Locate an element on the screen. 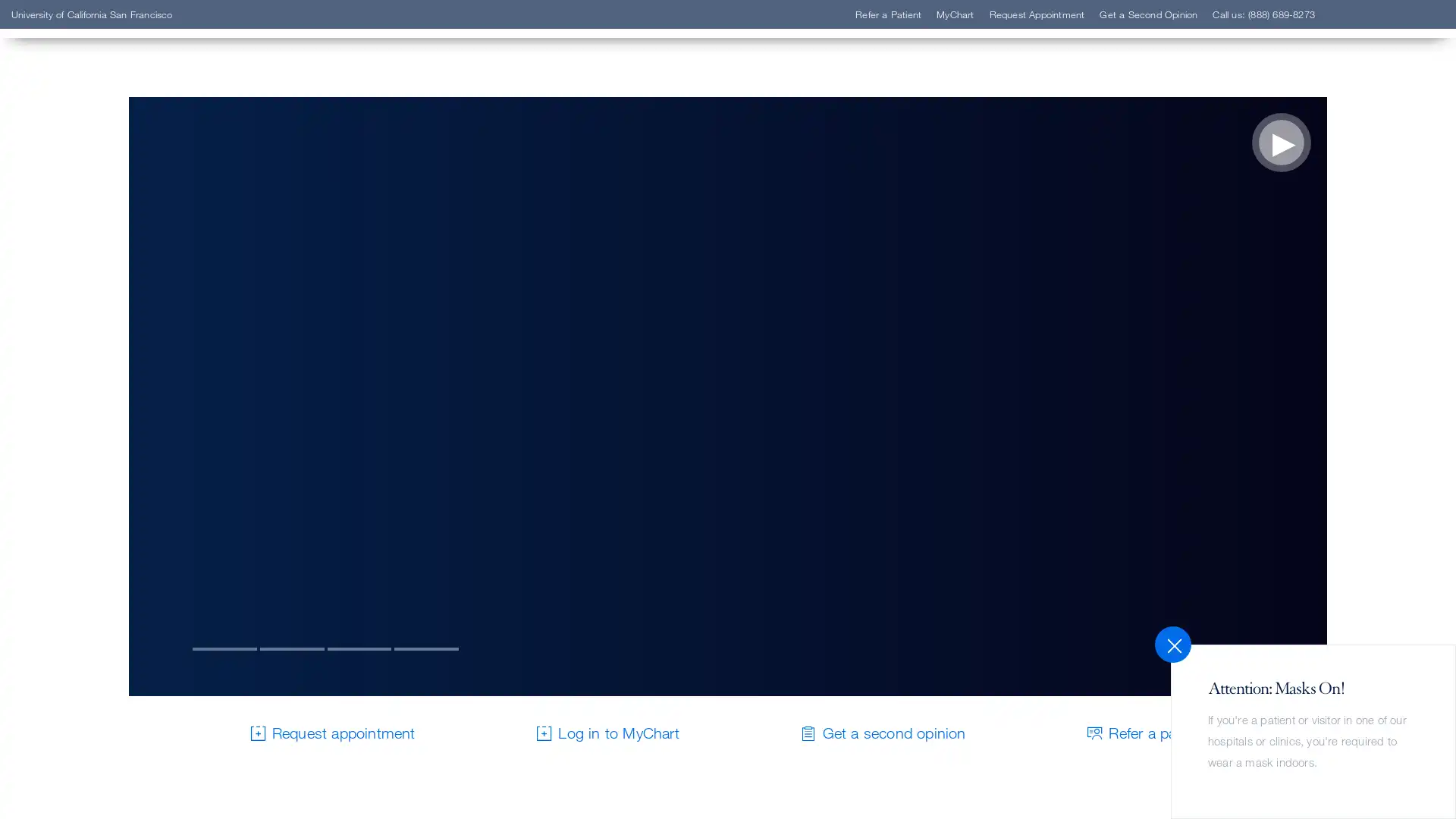 This screenshot has width=1456, height=819. search is located at coordinates (914, 100).